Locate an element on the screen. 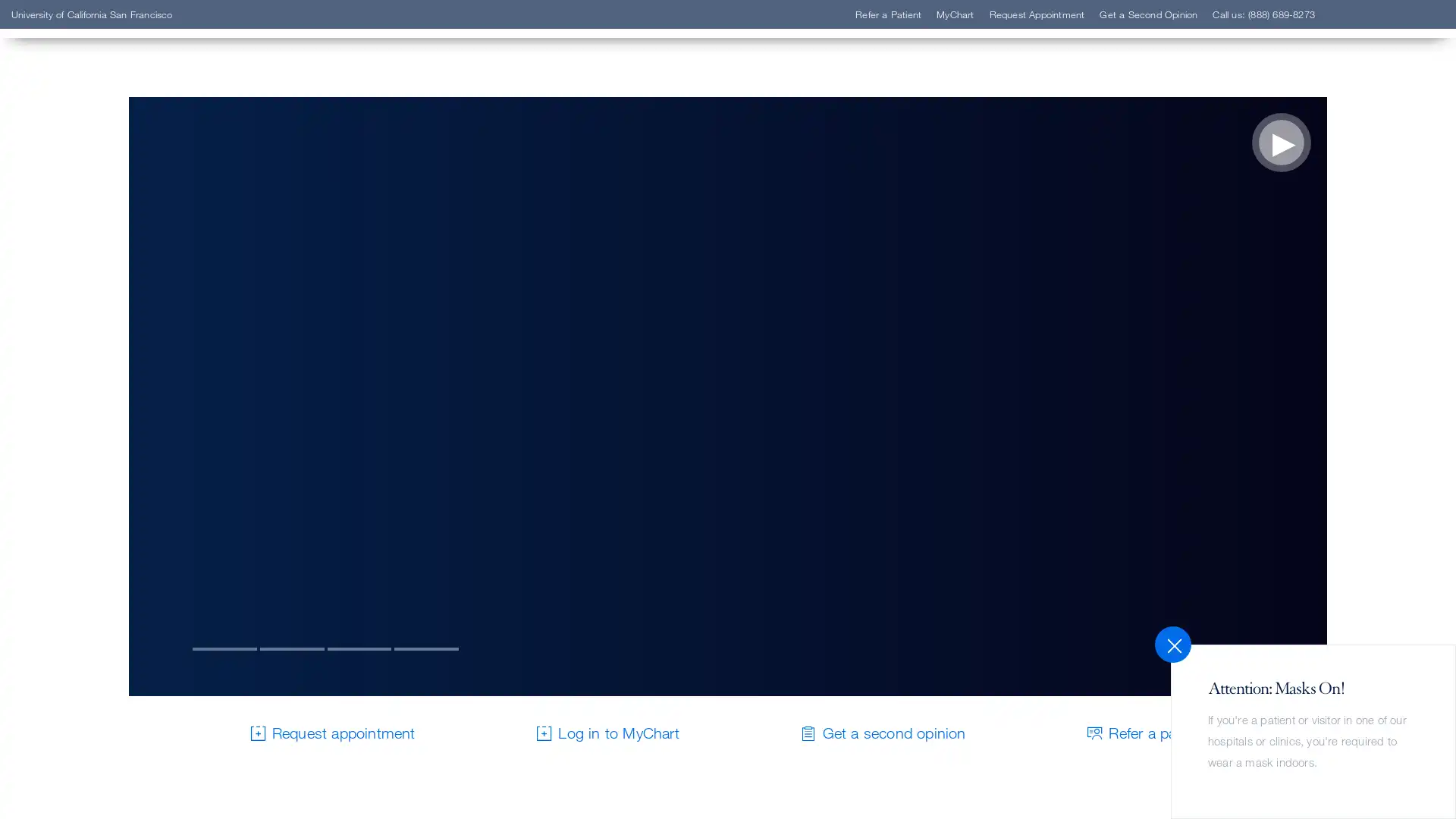 This screenshot has width=1456, height=819. search is located at coordinates (914, 100).